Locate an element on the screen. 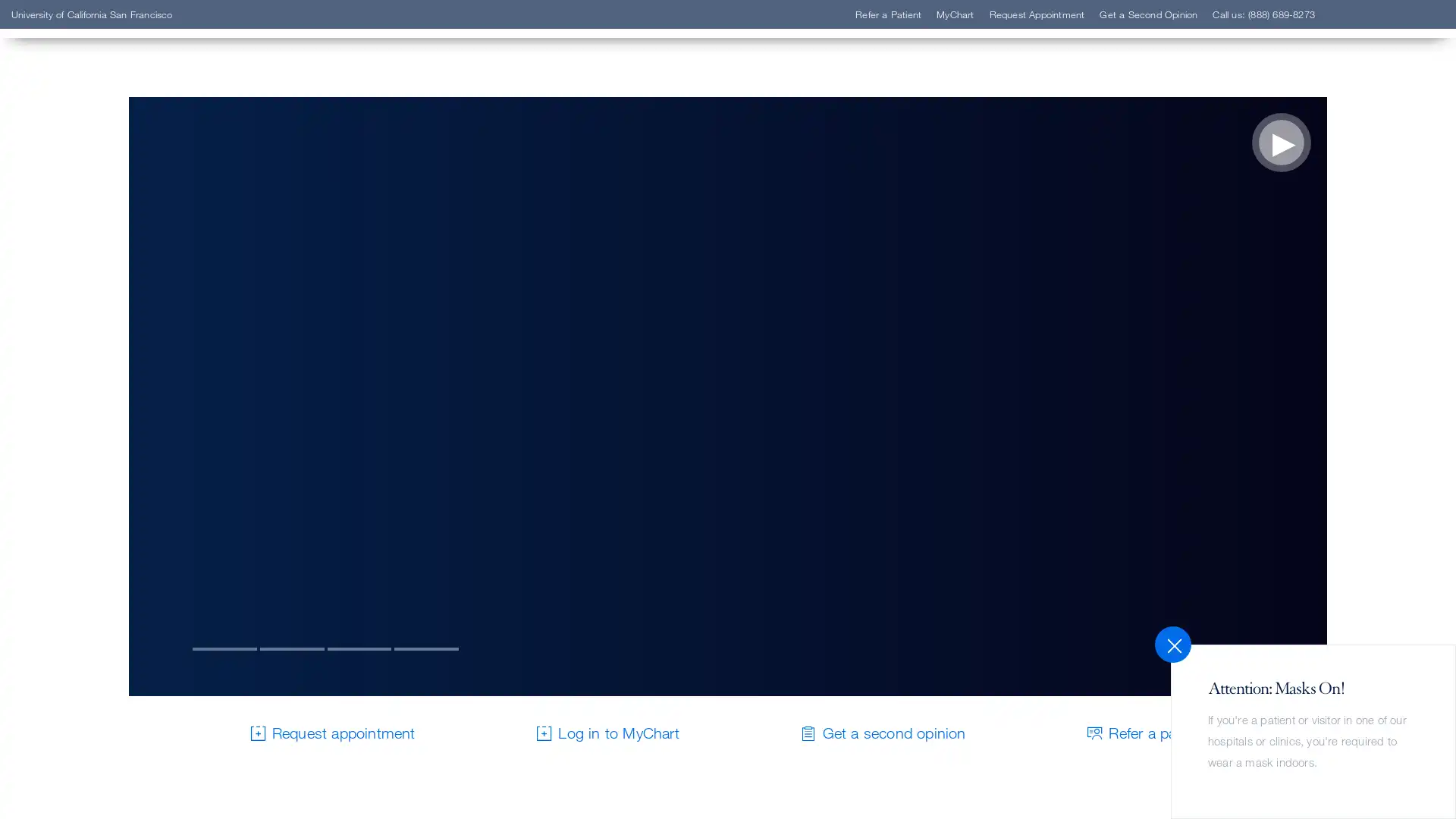 This screenshot has width=1456, height=819. search is located at coordinates (914, 100).